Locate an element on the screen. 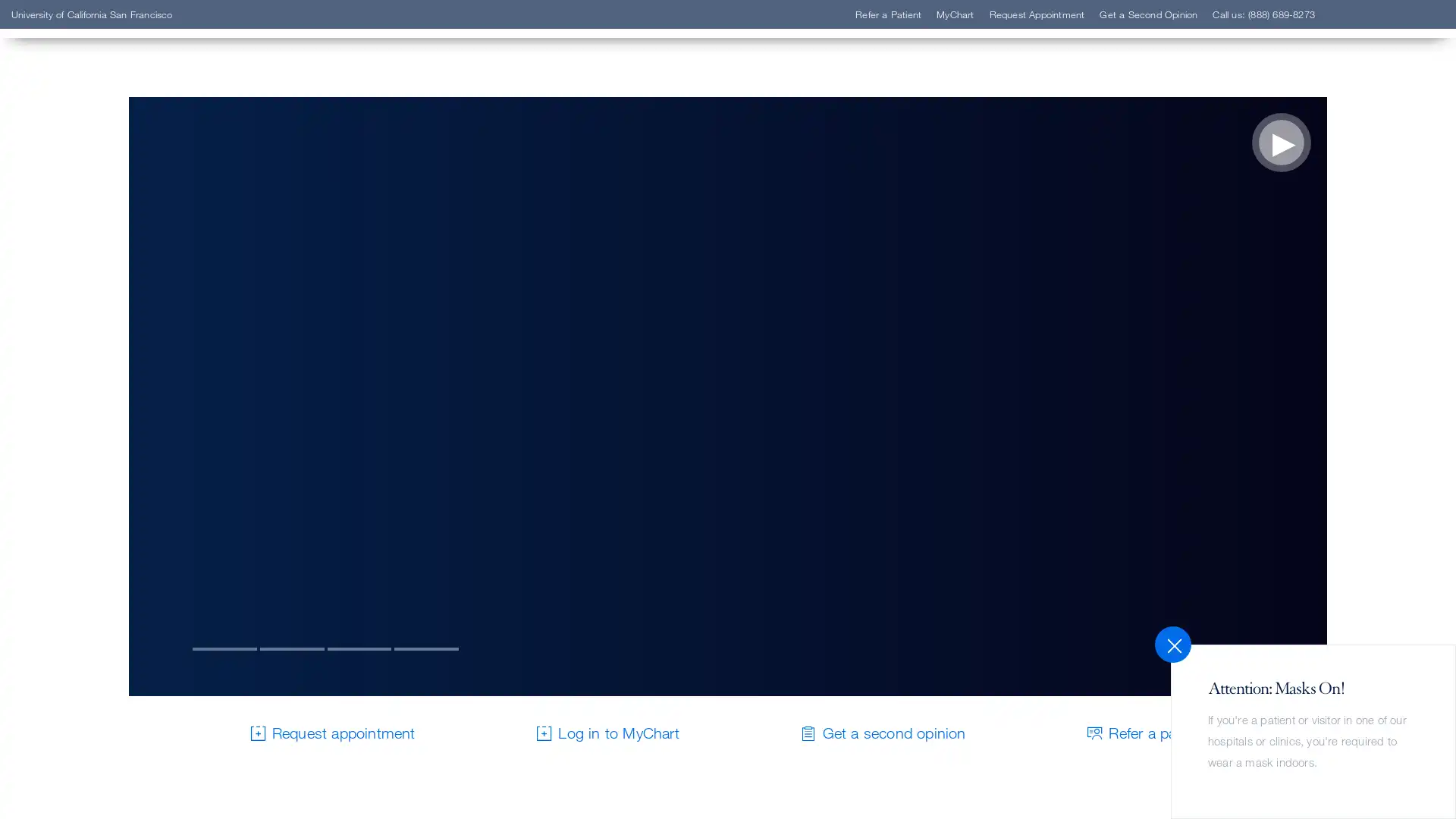 This screenshot has width=1456, height=819. search is located at coordinates (914, 100).